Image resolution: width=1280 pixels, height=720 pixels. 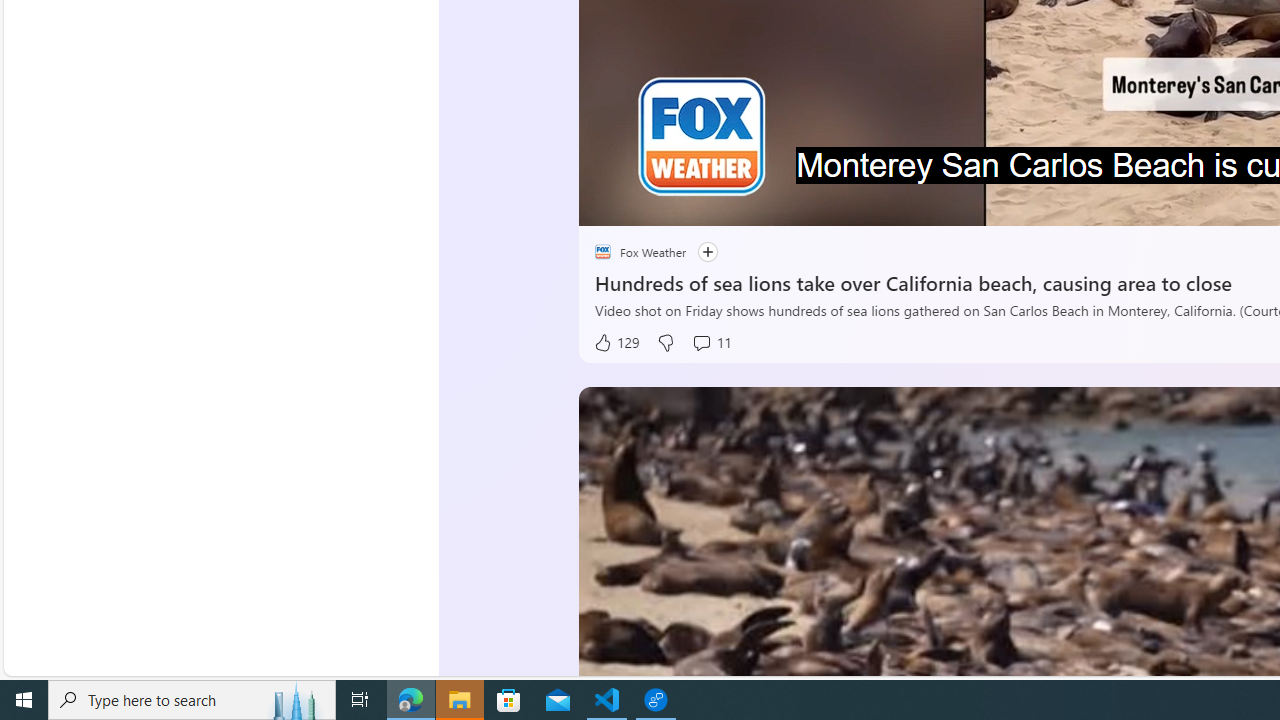 What do you see at coordinates (640, 251) in the screenshot?
I see `'placeholder Fox Weather'` at bounding box center [640, 251].